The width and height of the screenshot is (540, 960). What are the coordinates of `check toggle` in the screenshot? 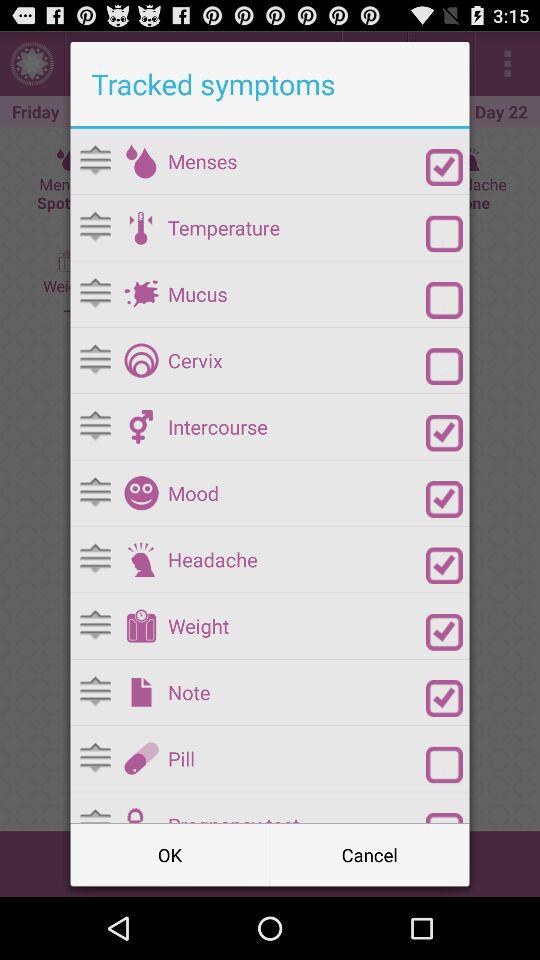 It's located at (444, 498).